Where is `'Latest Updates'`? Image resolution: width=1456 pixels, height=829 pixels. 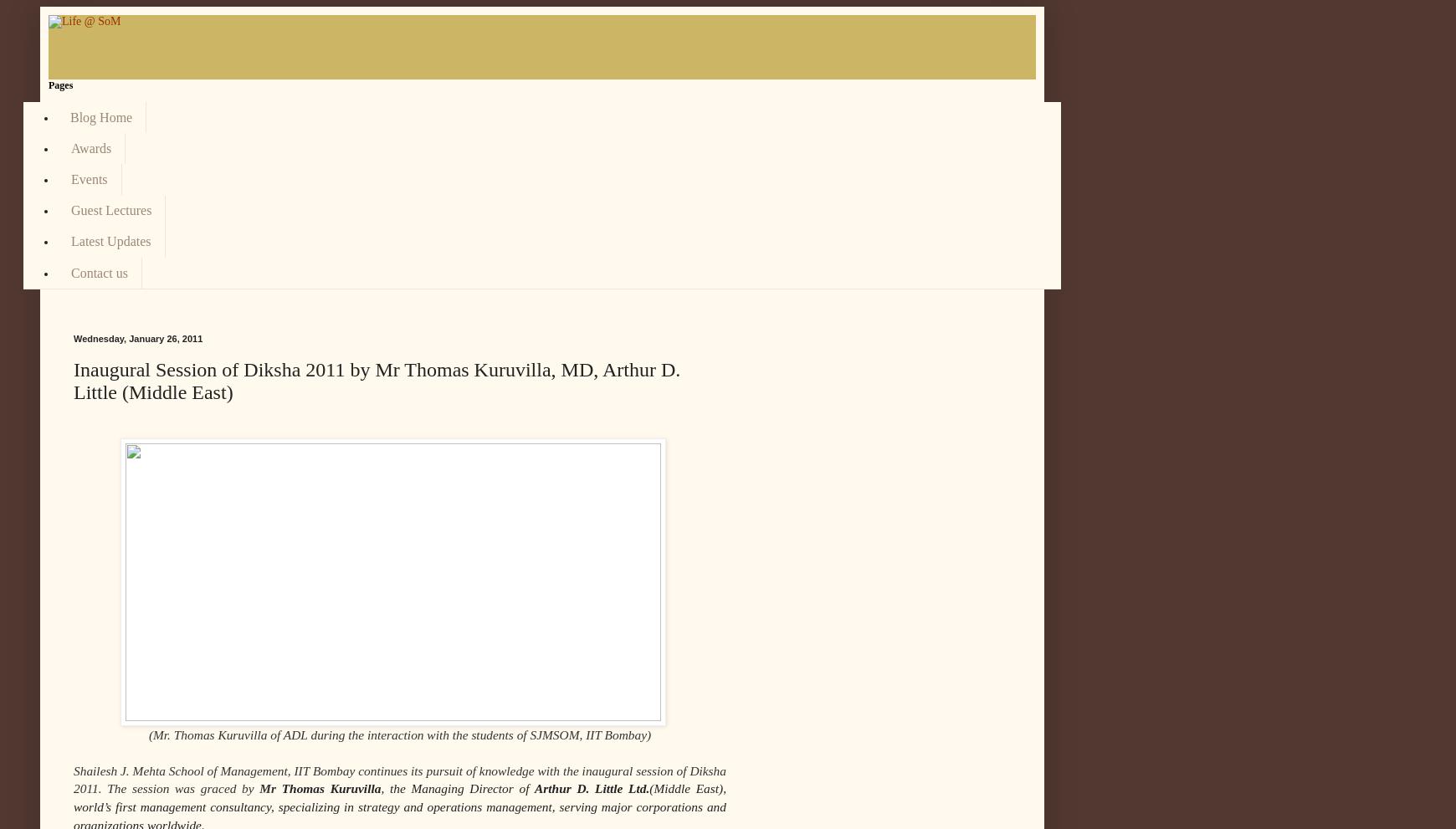 'Latest Updates' is located at coordinates (110, 240).